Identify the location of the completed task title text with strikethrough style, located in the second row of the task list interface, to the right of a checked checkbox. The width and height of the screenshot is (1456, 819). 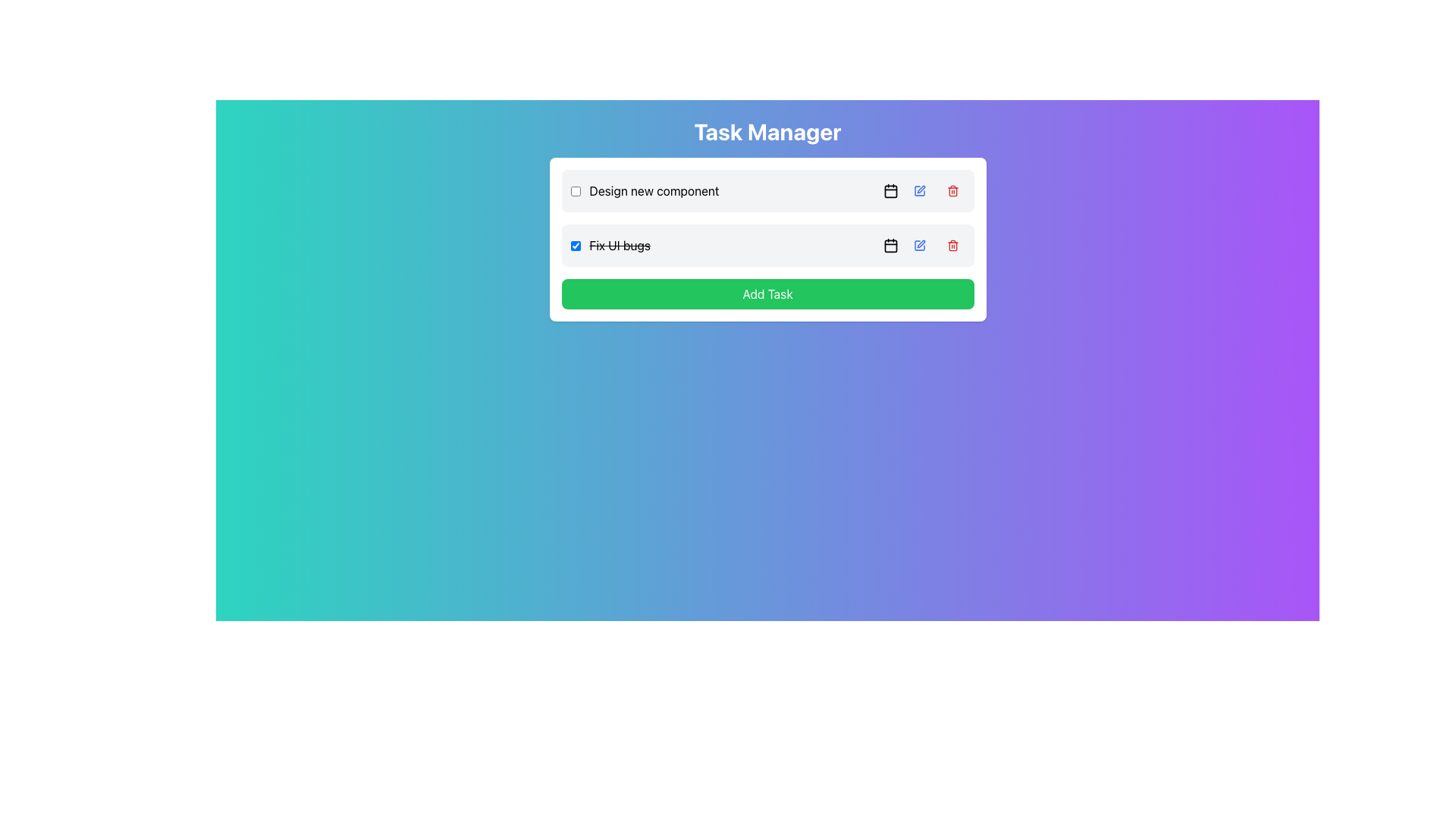
(620, 245).